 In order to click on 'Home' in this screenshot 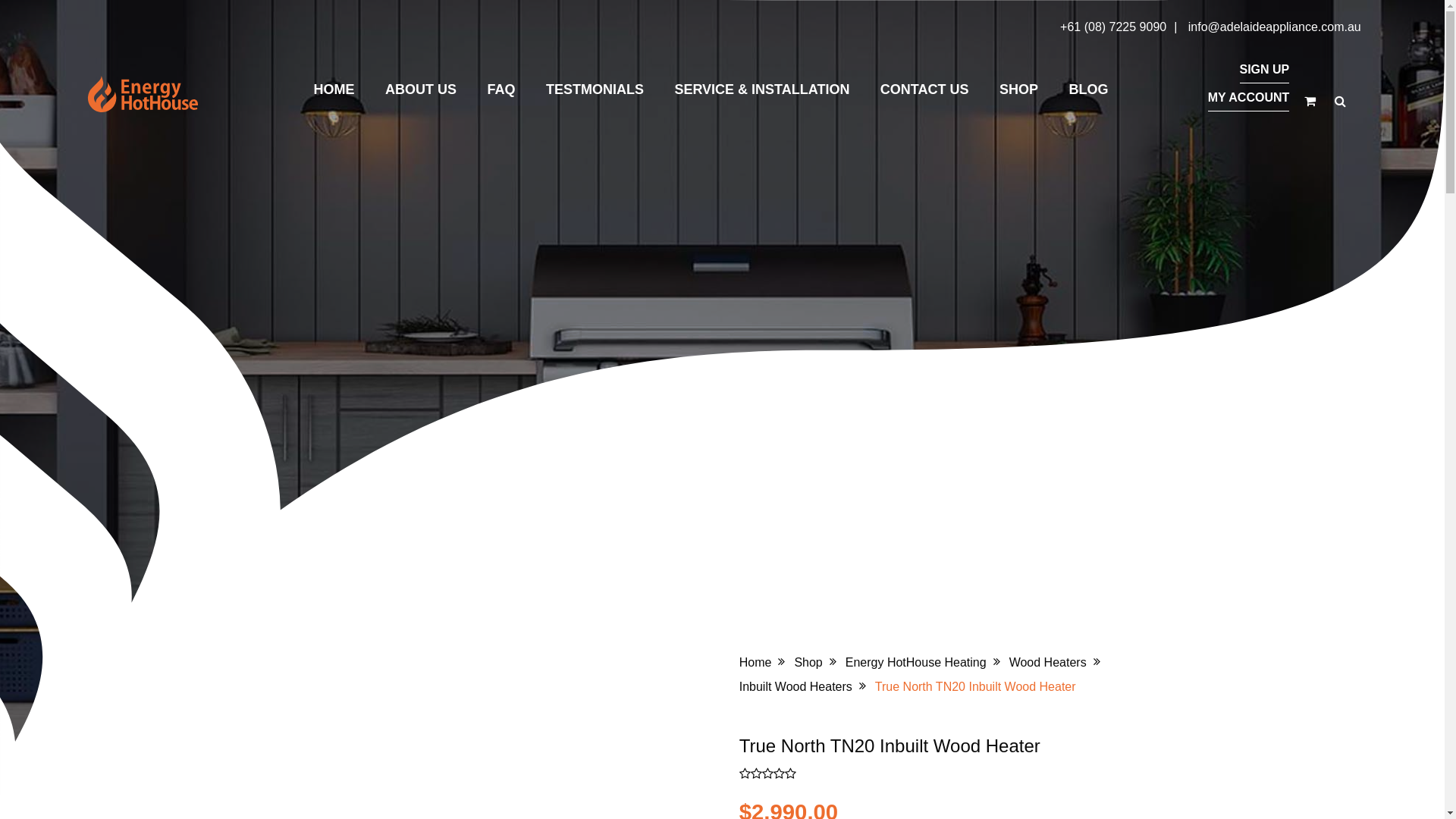, I will do `click(755, 661)`.